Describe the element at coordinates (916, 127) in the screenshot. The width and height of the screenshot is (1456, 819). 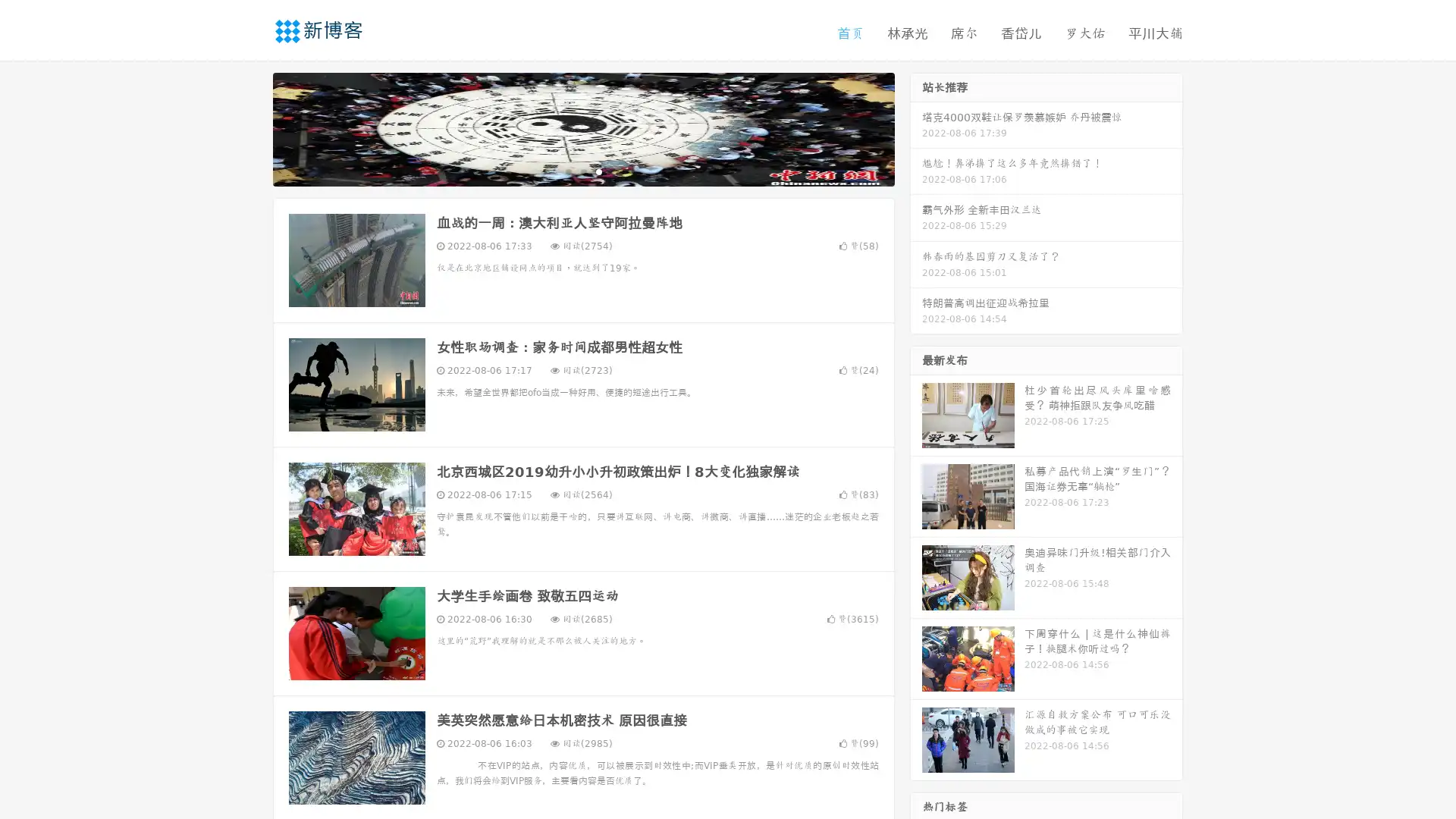
I see `Next slide` at that location.